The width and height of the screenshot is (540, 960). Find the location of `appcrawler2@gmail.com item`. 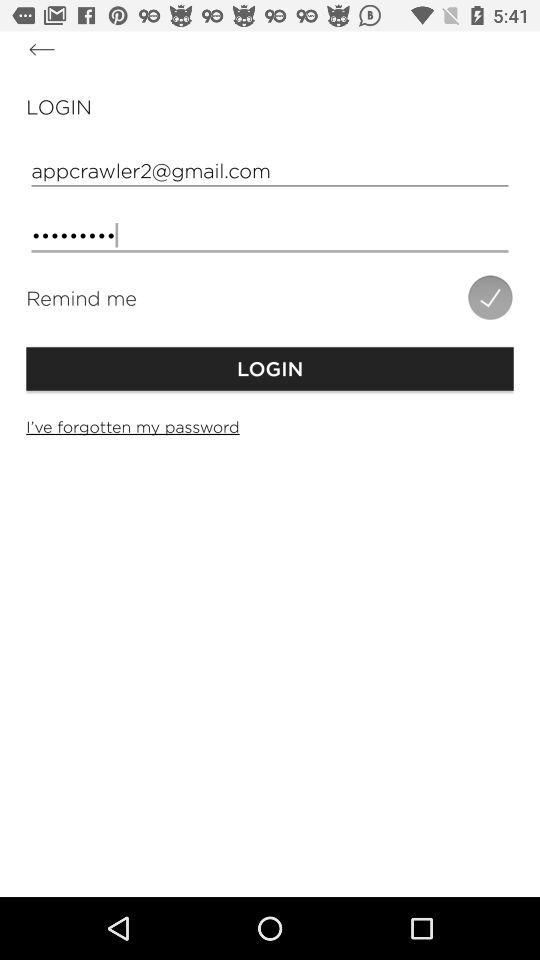

appcrawler2@gmail.com item is located at coordinates (270, 169).